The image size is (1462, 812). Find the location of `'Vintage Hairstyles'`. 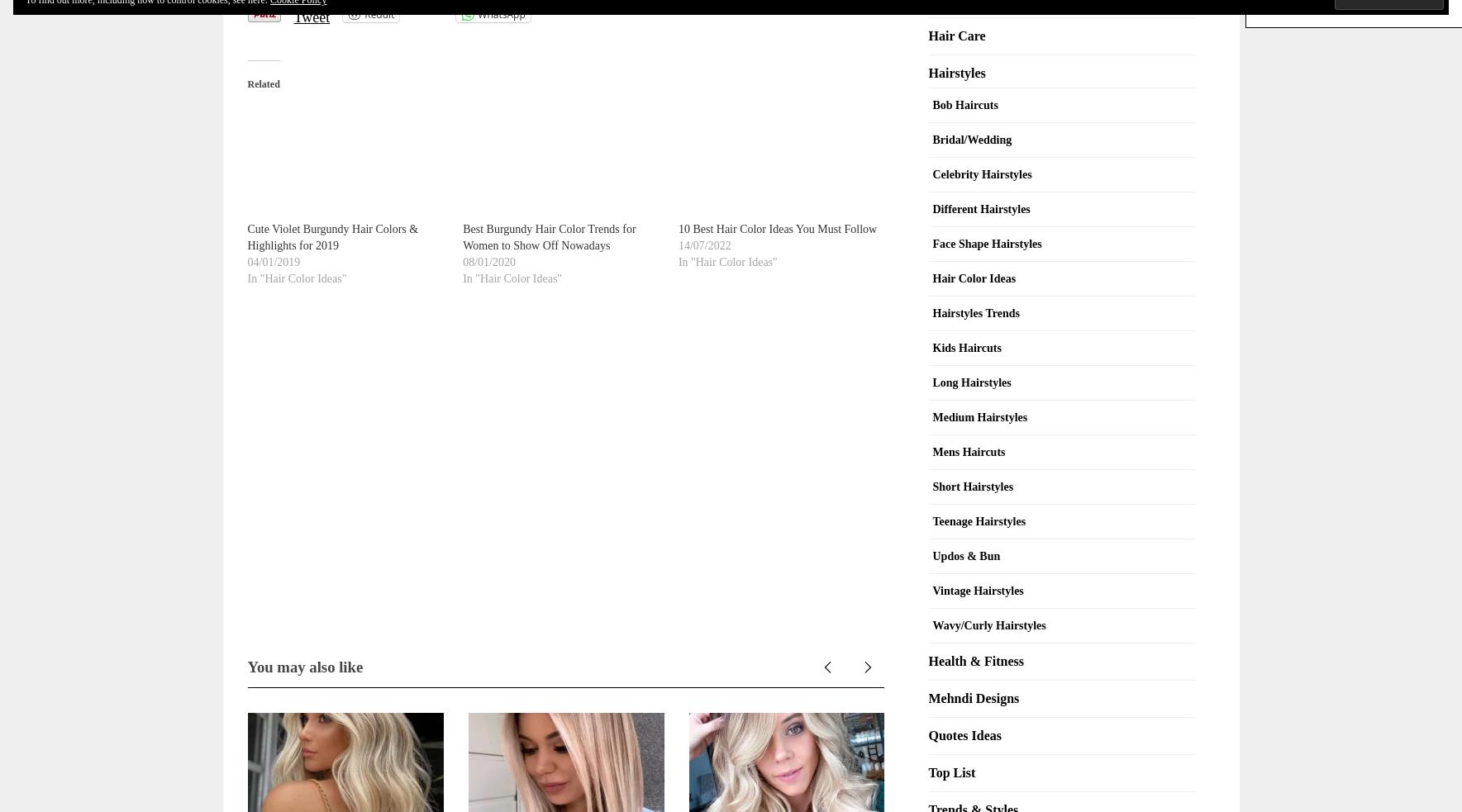

'Vintage Hairstyles' is located at coordinates (976, 589).